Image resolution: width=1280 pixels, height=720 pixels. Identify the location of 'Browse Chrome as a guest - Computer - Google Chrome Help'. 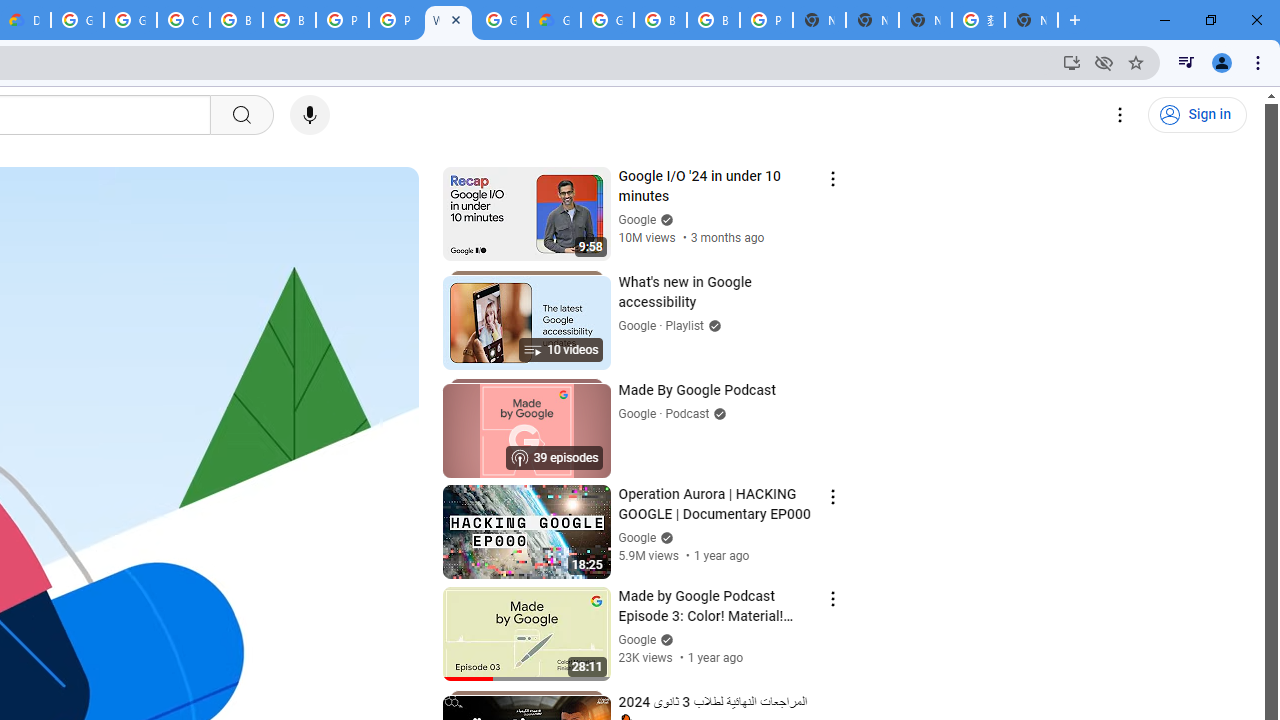
(660, 20).